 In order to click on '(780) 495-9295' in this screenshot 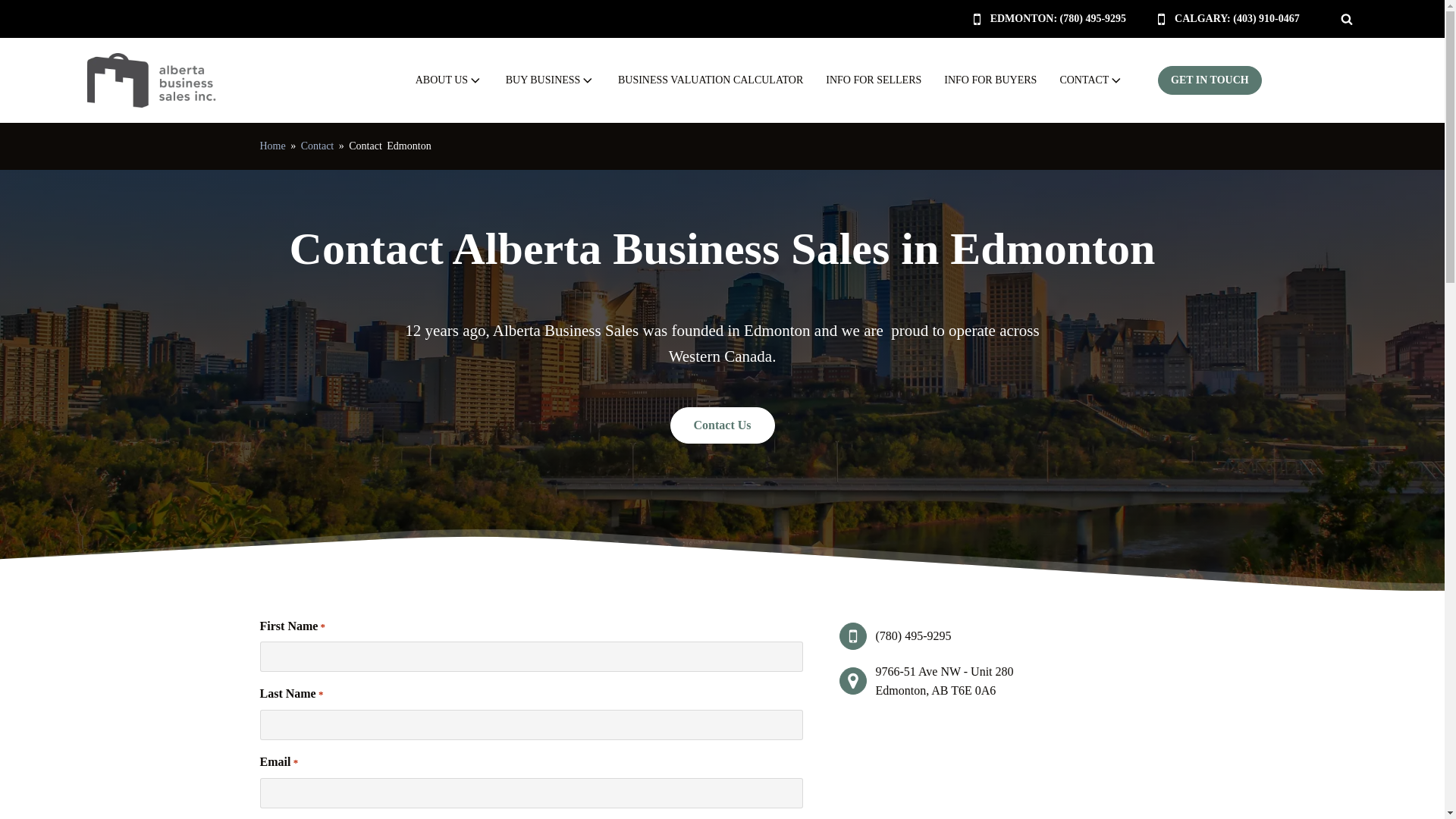, I will do `click(874, 636)`.